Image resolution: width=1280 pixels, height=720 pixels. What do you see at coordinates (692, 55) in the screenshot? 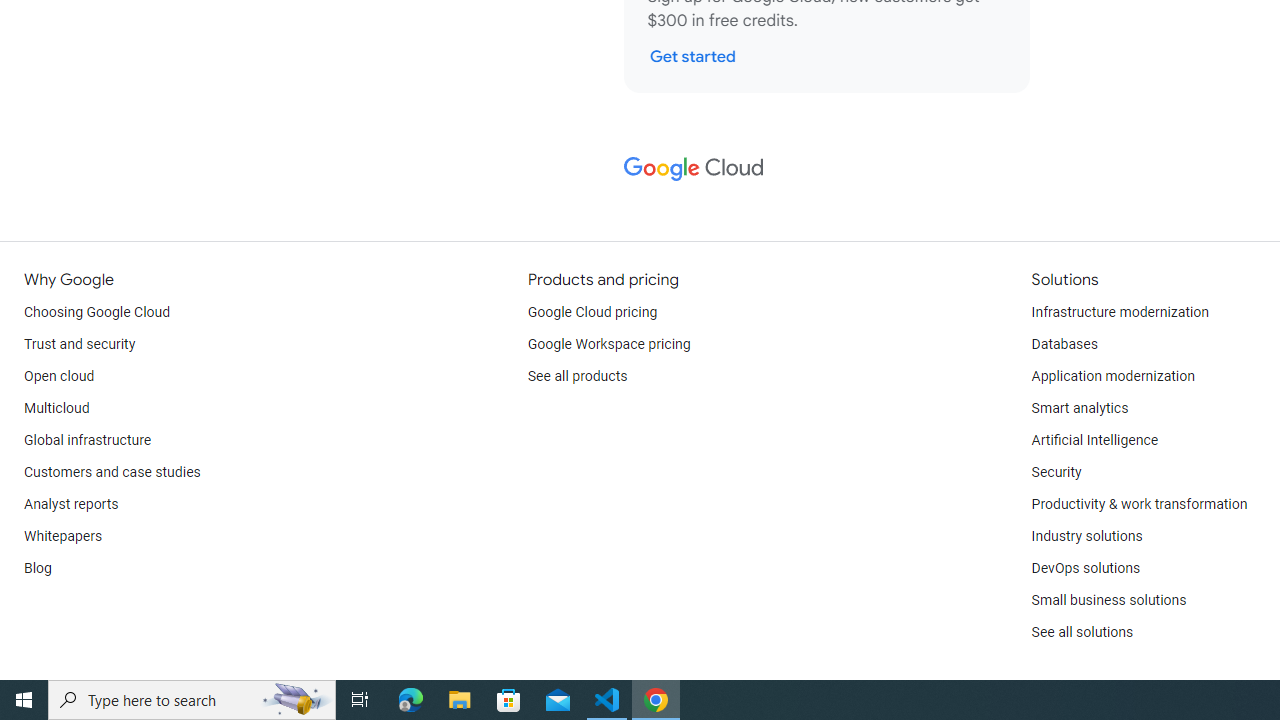
I see `'Get started'` at bounding box center [692, 55].